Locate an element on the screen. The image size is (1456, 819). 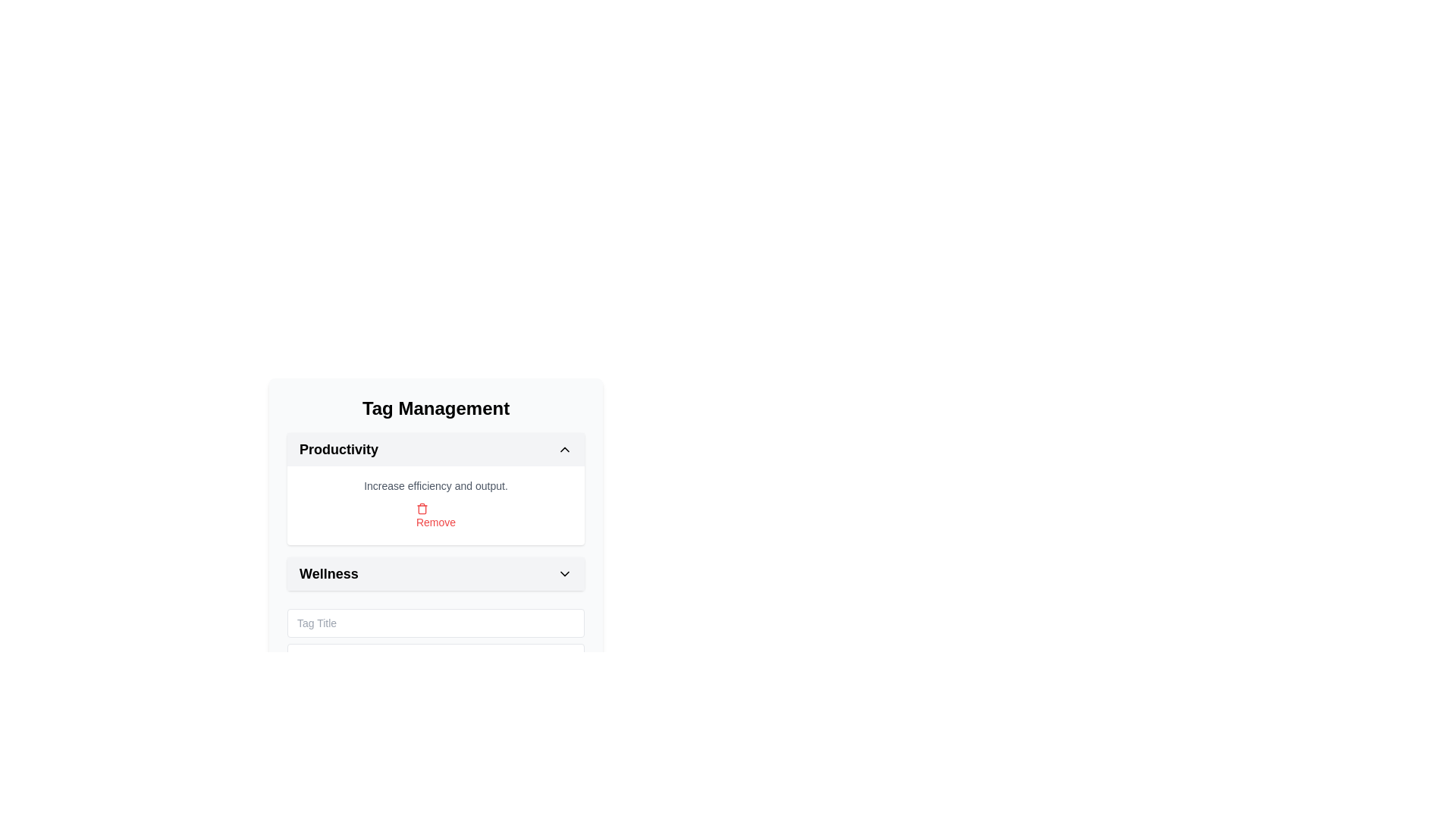
the static text element displaying 'Increase efficiency and output.' which is styled in a small, gray font and positioned above the 'Remove' button is located at coordinates (435, 485).